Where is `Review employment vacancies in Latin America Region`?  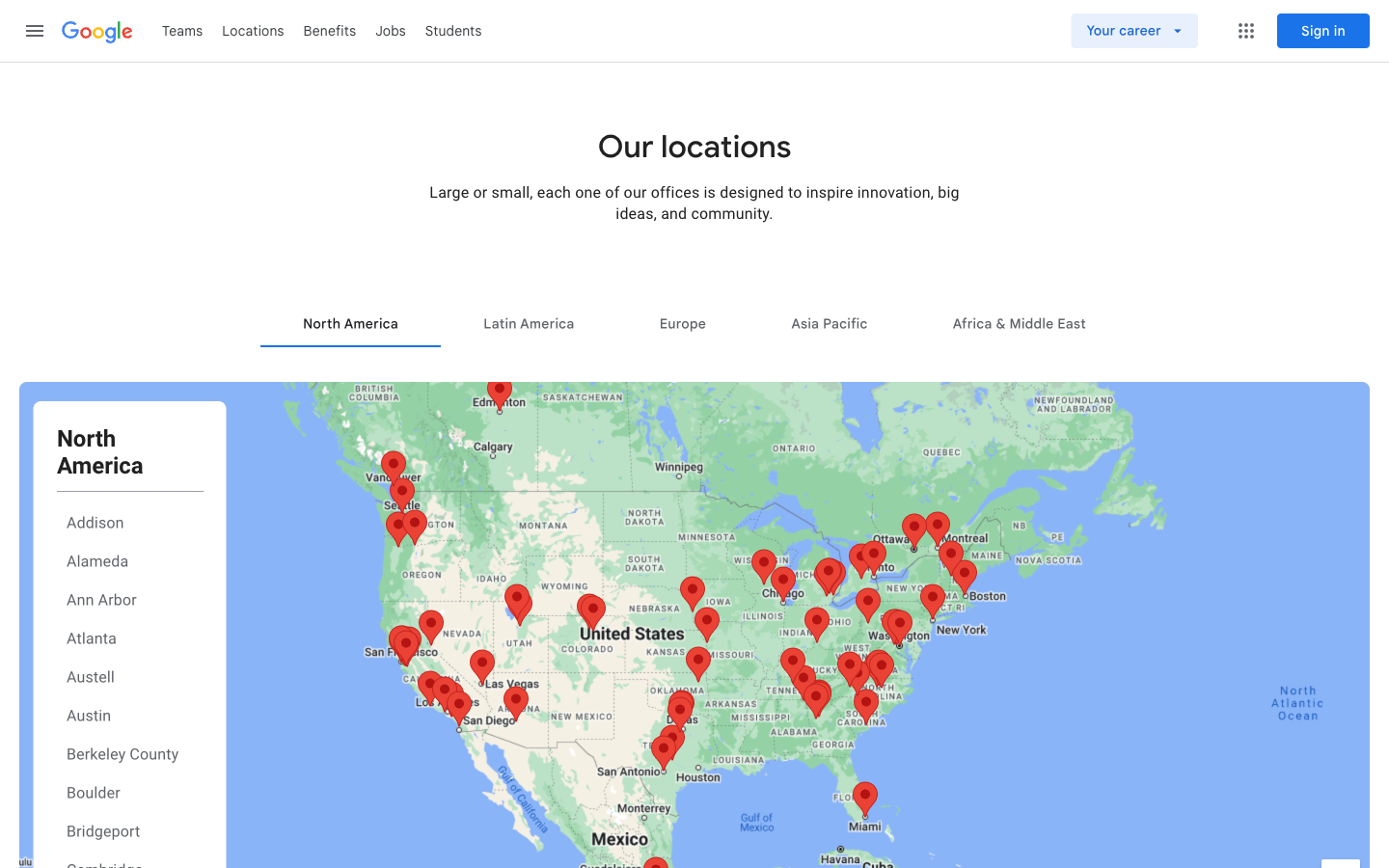
Review employment vacancies in Latin America Region is located at coordinates (529, 322).